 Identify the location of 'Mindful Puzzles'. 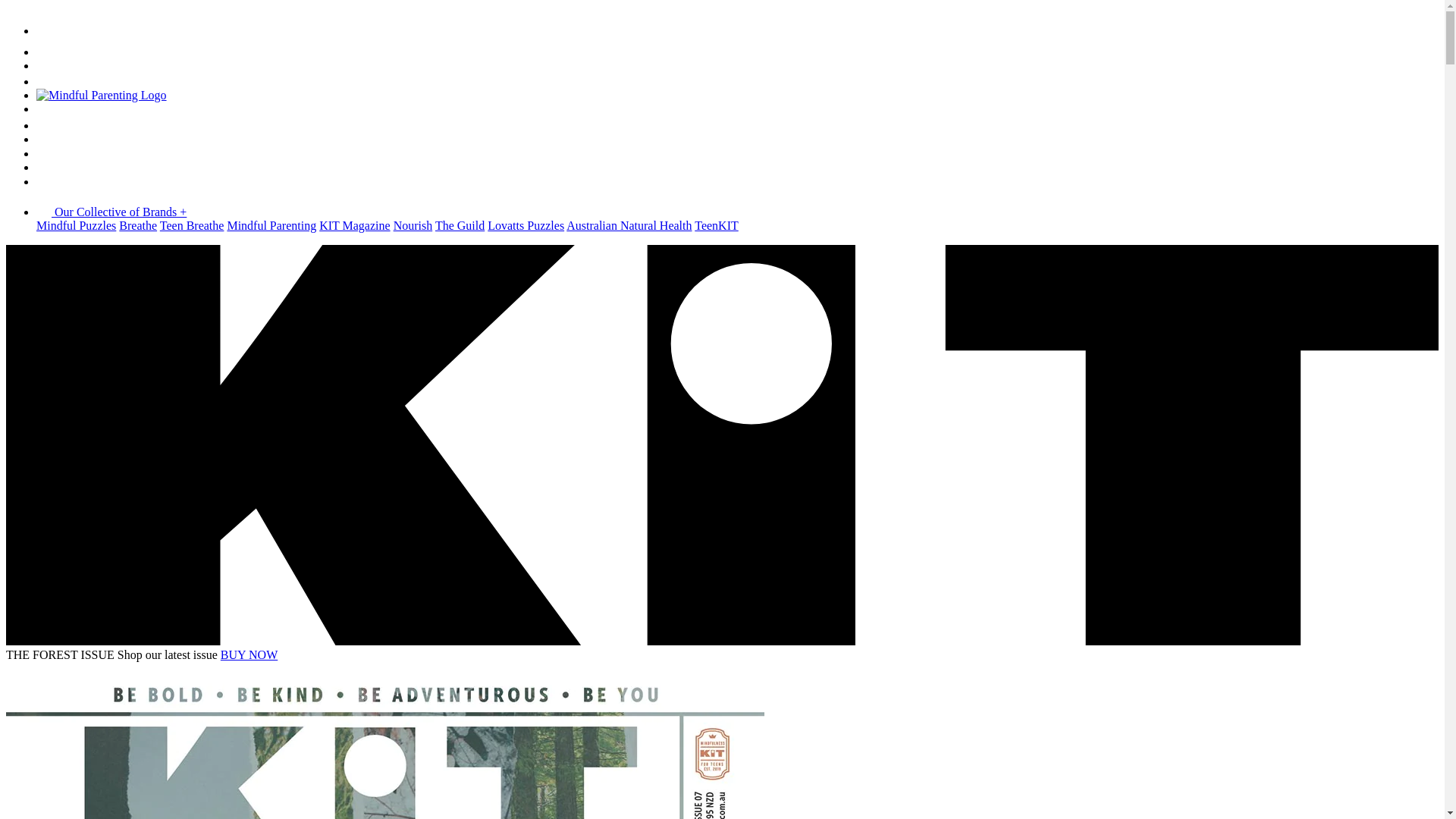
(75, 225).